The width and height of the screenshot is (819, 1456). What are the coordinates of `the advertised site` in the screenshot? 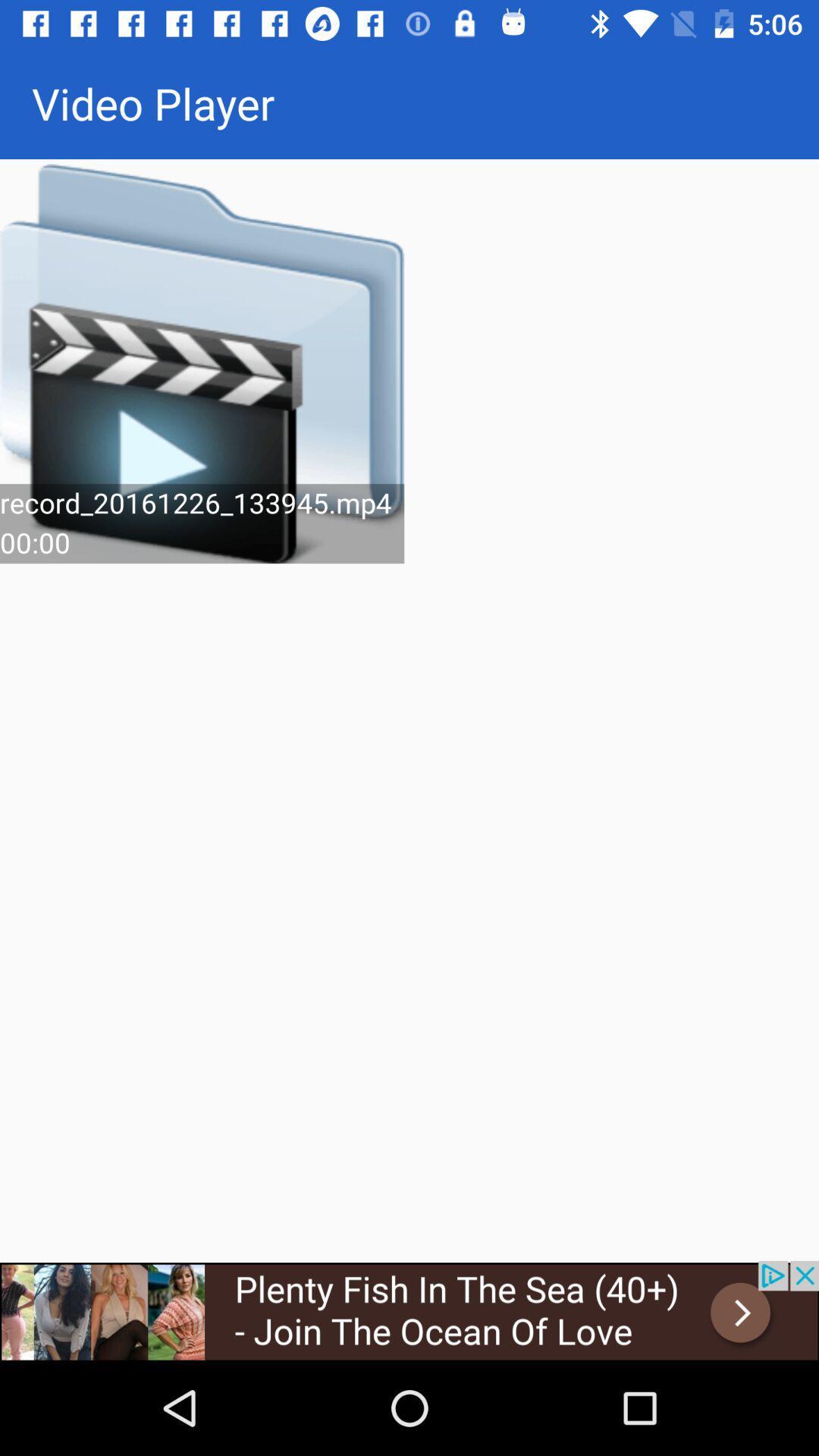 It's located at (409, 1310).